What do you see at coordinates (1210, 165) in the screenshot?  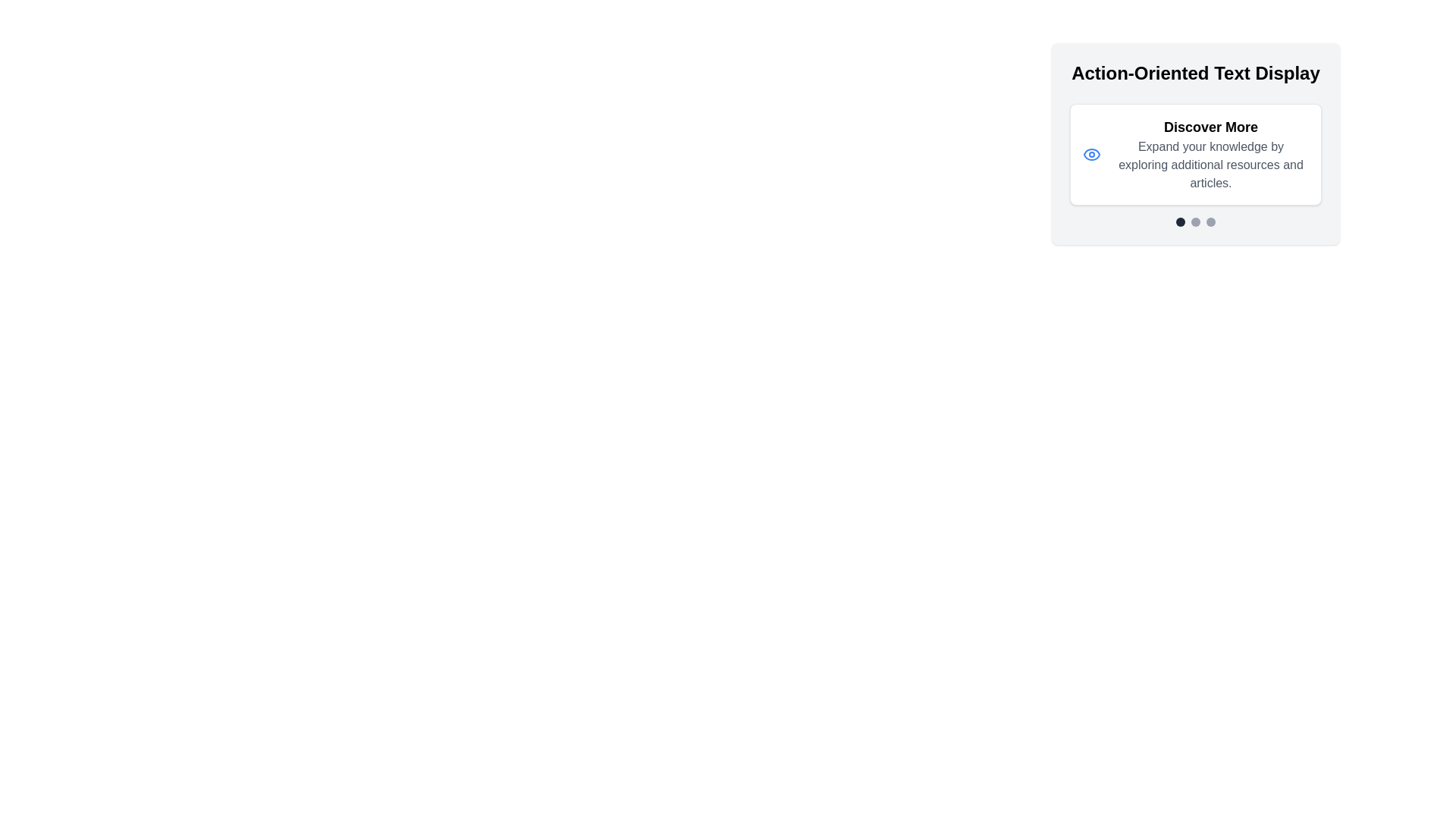 I see `the text element stating 'Expand your knowledge by exploring additional resources and articles.' which is located below the 'Discover More' heading in the card module for accessibility purposes` at bounding box center [1210, 165].